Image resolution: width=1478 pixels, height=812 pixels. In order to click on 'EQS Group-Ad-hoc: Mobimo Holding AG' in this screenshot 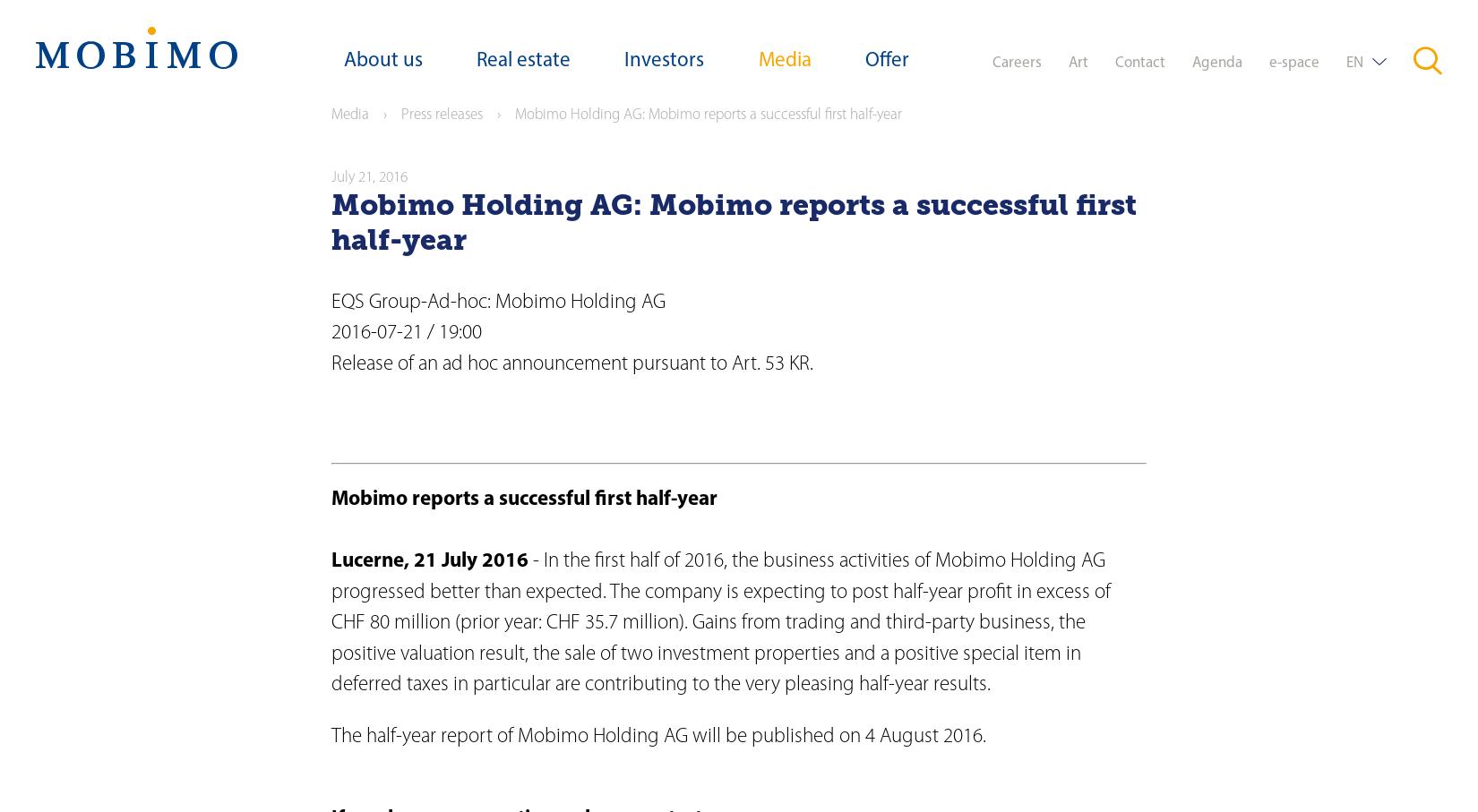, I will do `click(497, 301)`.